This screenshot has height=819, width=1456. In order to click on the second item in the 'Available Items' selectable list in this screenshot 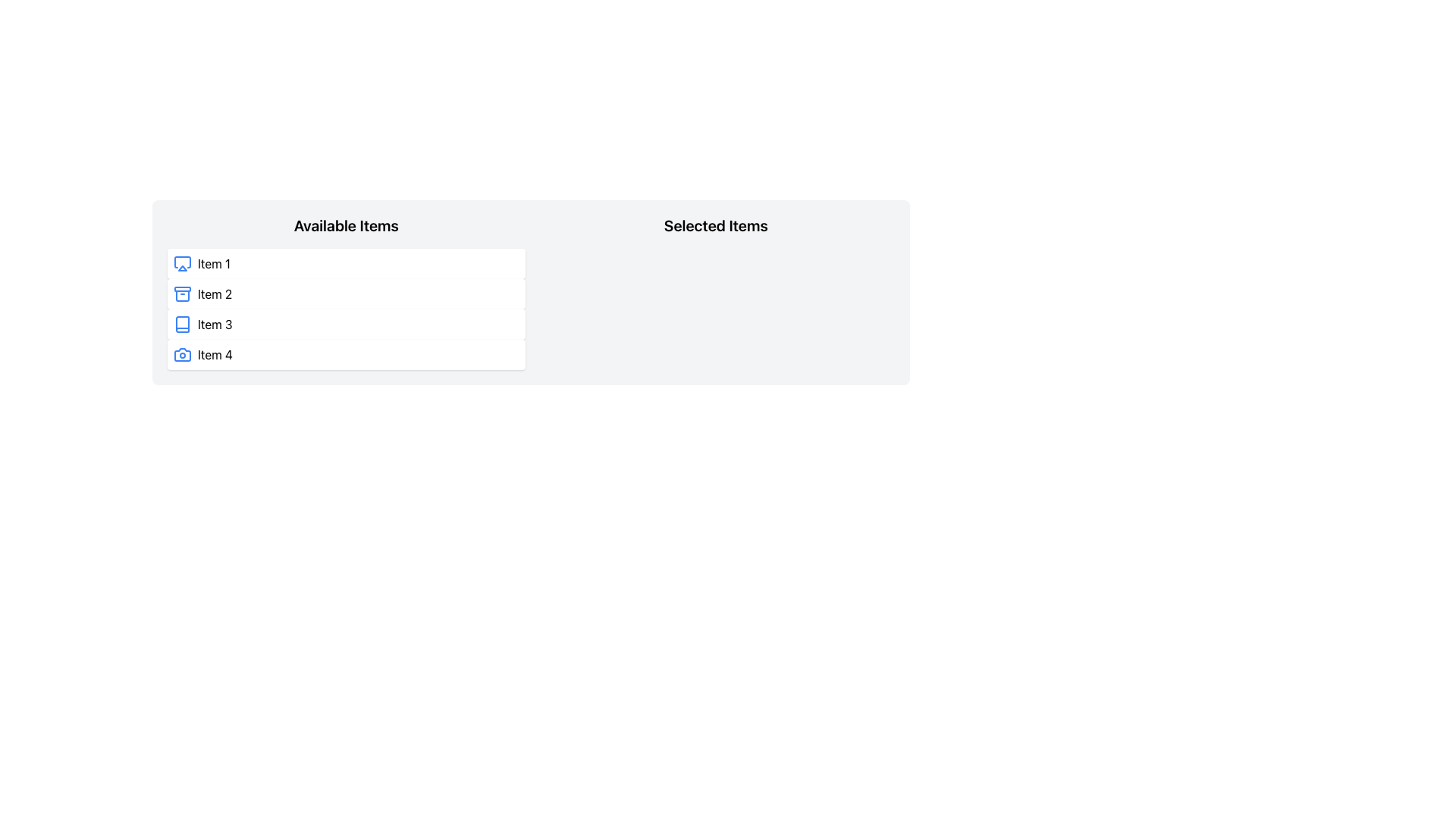, I will do `click(345, 294)`.